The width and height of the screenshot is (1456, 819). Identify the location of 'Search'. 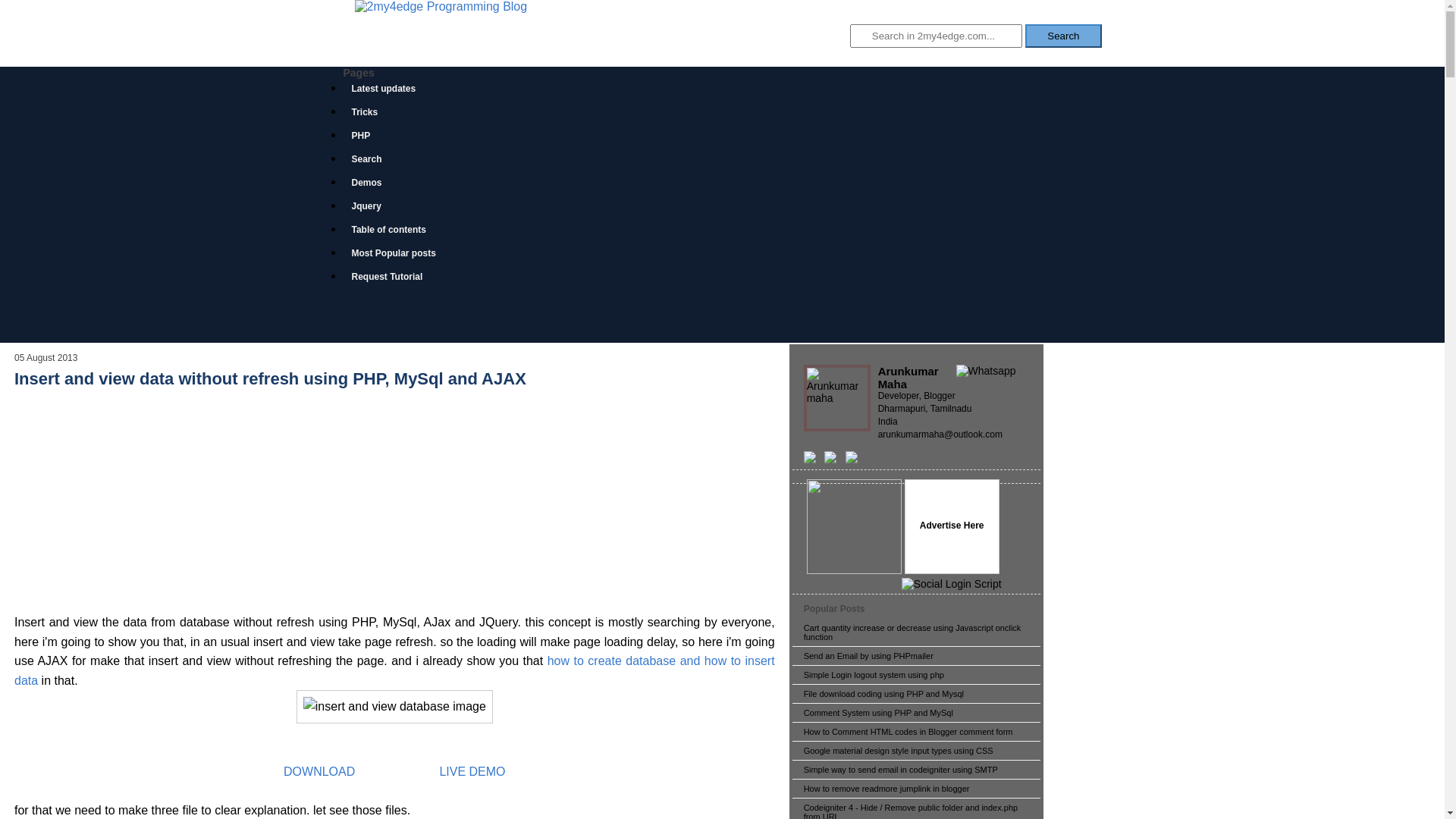
(1062, 35).